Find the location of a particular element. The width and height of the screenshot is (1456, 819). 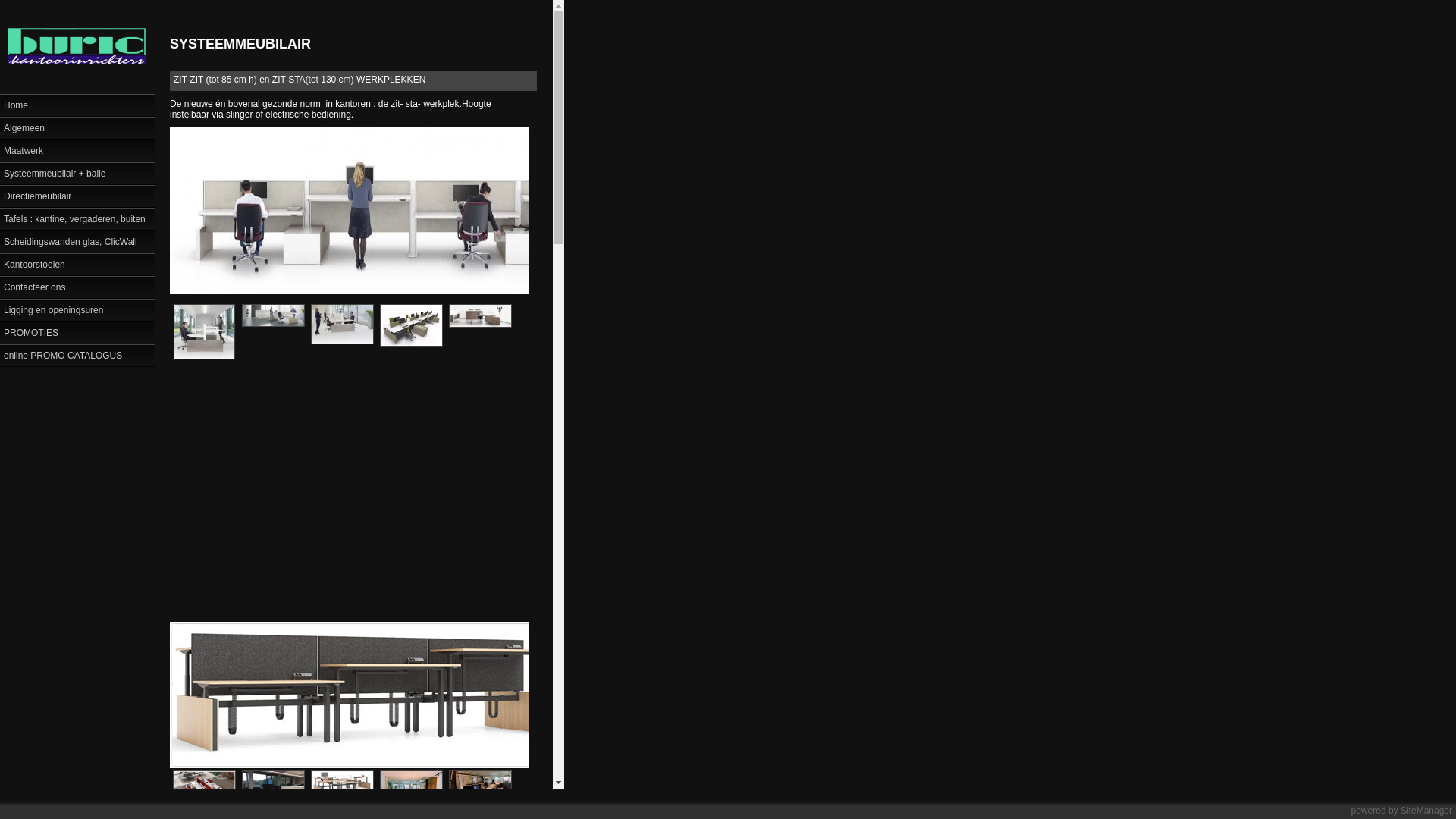

'Tafels : kantine, vergaderen, buiten' is located at coordinates (0, 218).